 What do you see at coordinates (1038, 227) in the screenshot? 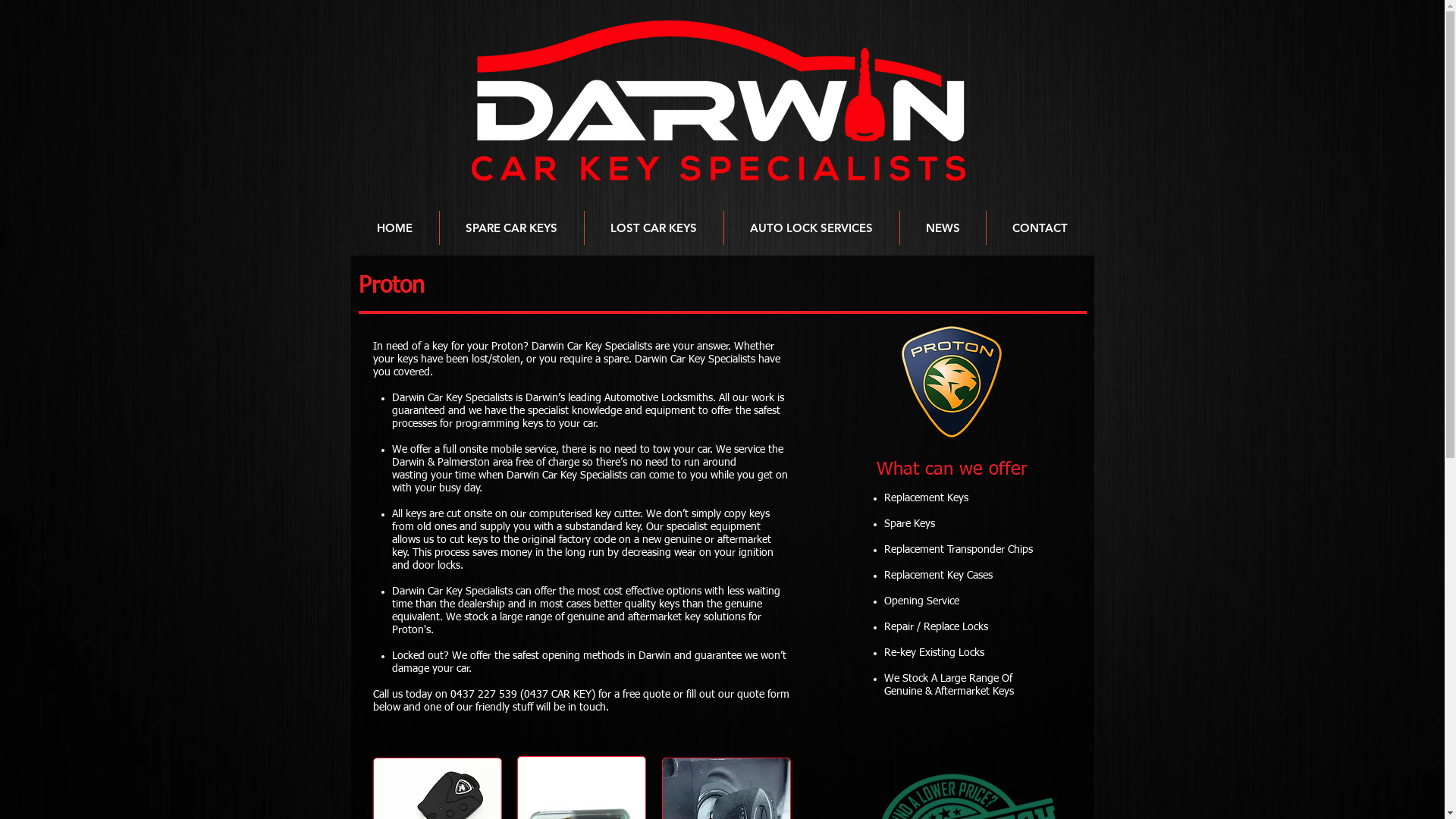
I see `'CONTACT'` at bounding box center [1038, 227].